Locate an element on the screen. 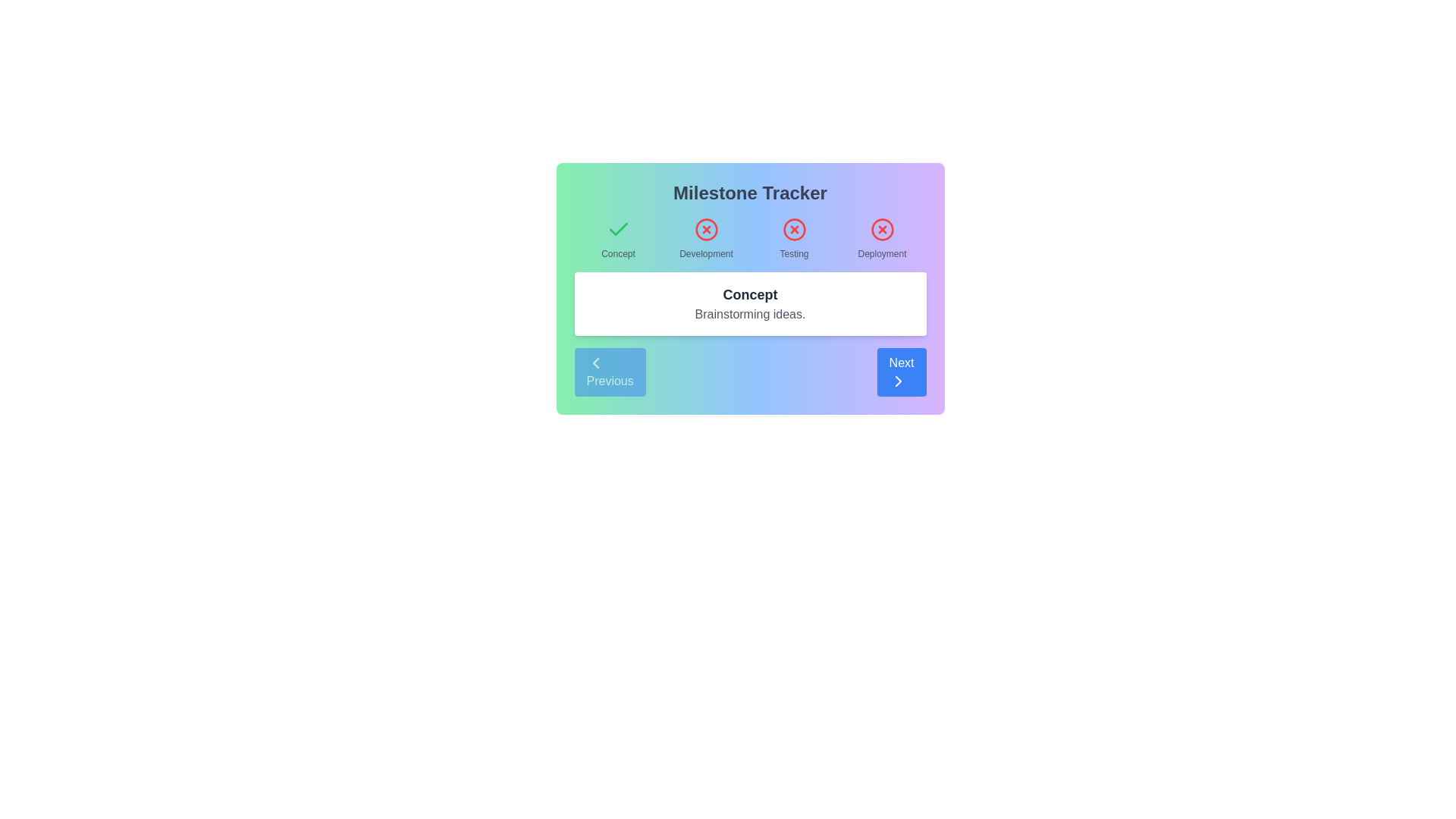 The height and width of the screenshot is (819, 1456). the status of the 'Concept' milestone completion icon, which is located to the leftmost side of the milestone indicators and above the label 'Concept' is located at coordinates (618, 229).